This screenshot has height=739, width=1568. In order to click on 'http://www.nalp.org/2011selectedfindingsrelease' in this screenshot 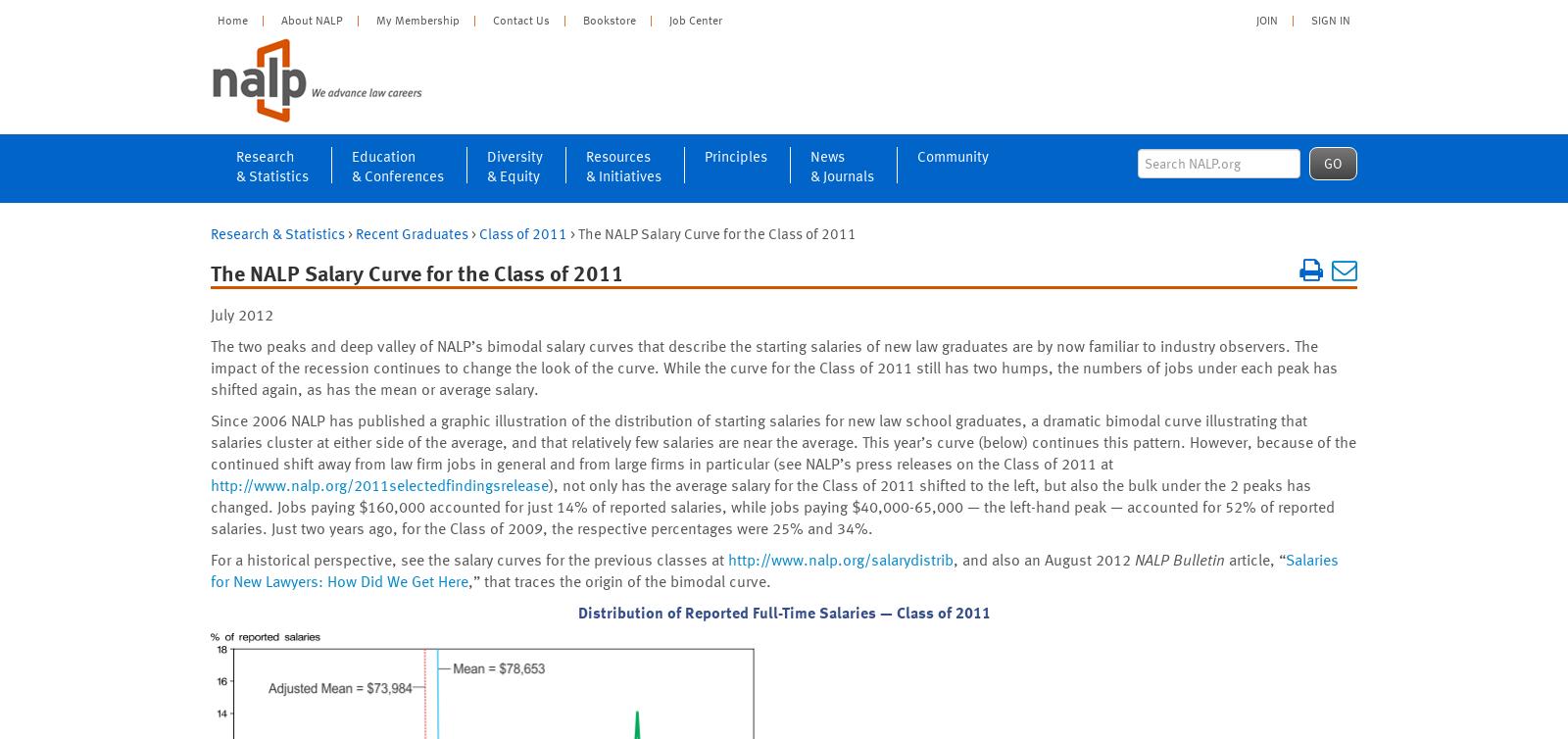, I will do `click(379, 485)`.